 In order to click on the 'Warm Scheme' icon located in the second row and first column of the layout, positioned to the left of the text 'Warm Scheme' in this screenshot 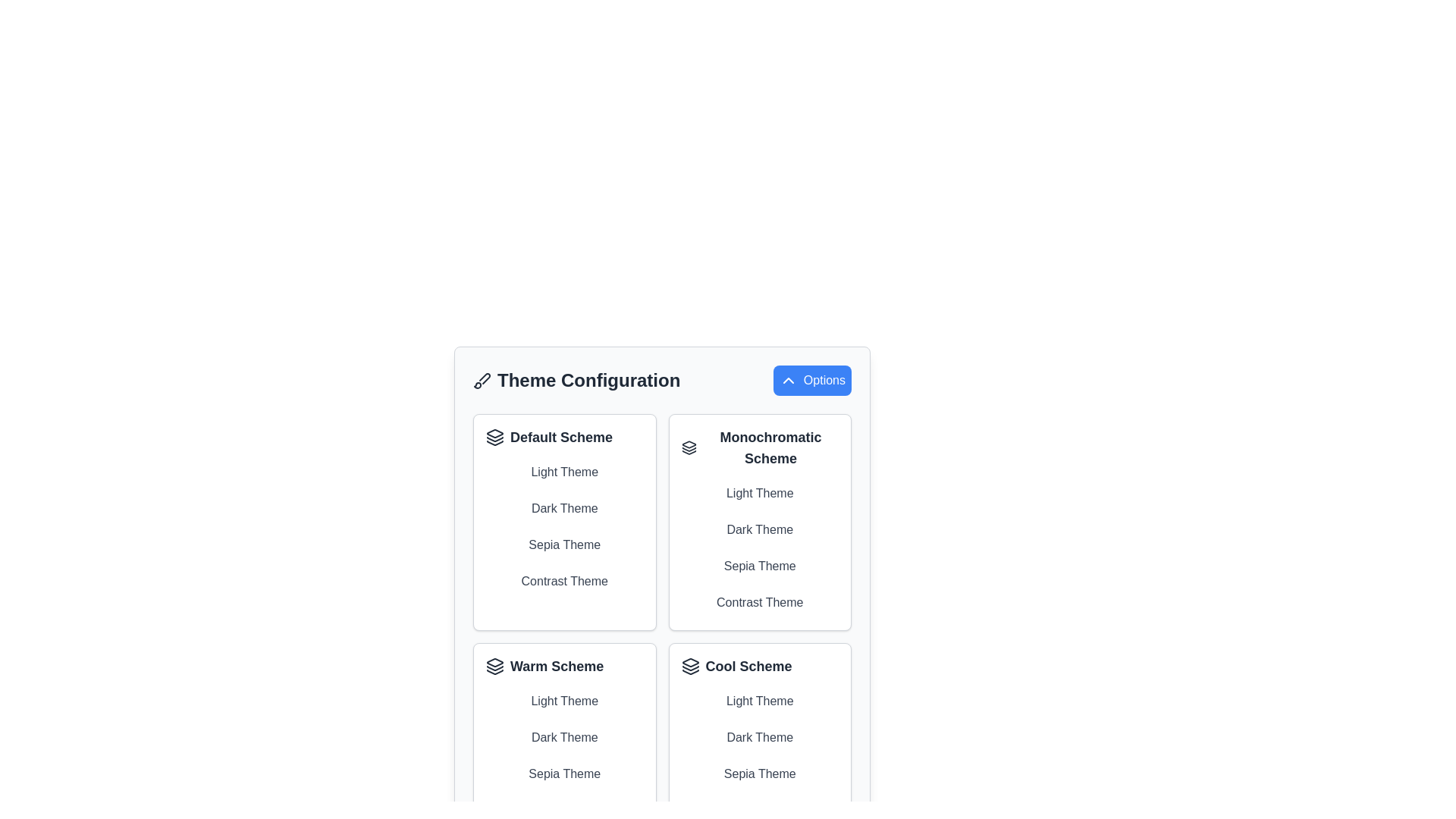, I will do `click(494, 666)`.